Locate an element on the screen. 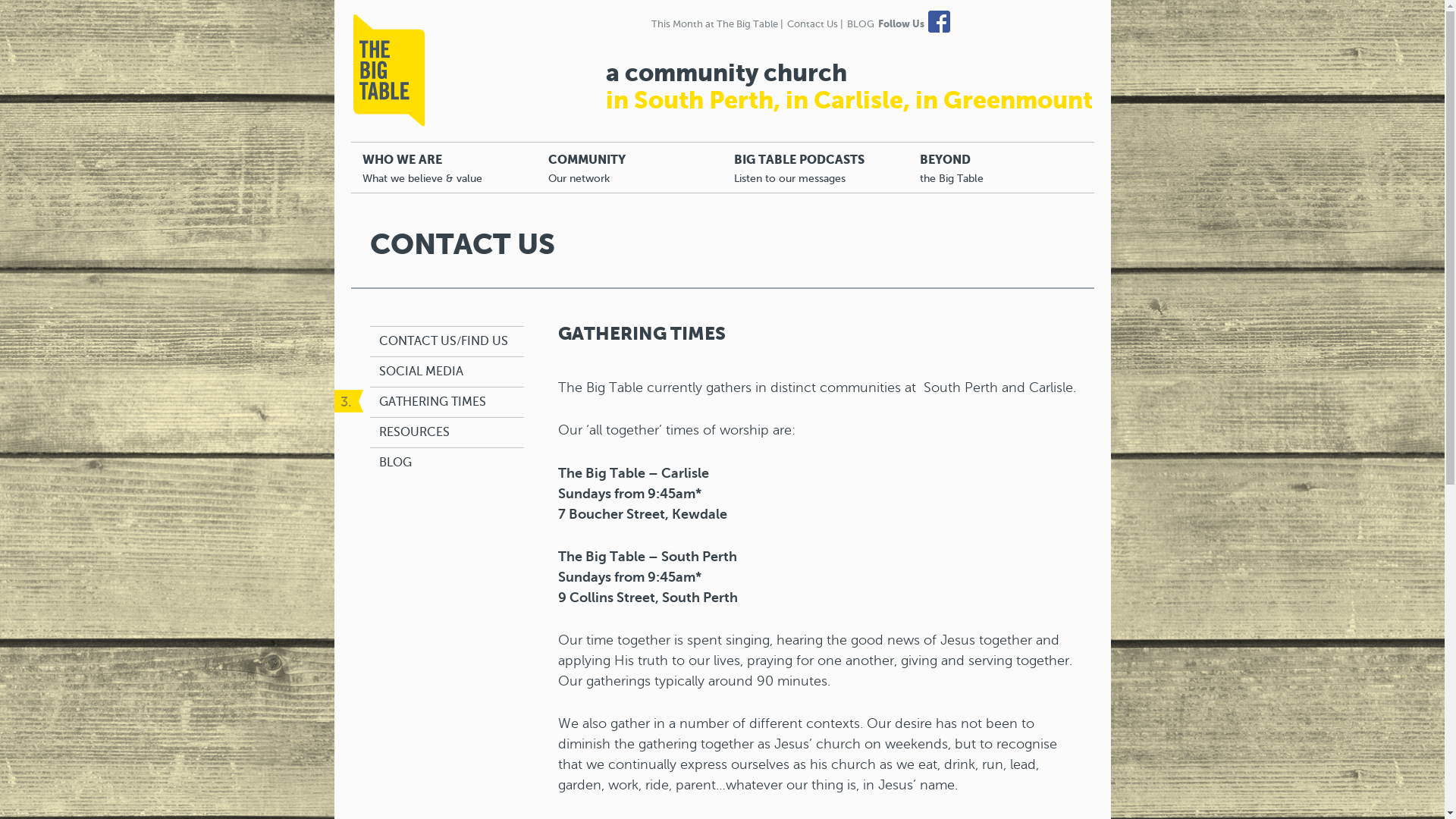  'The Big Table' is located at coordinates (389, 70).